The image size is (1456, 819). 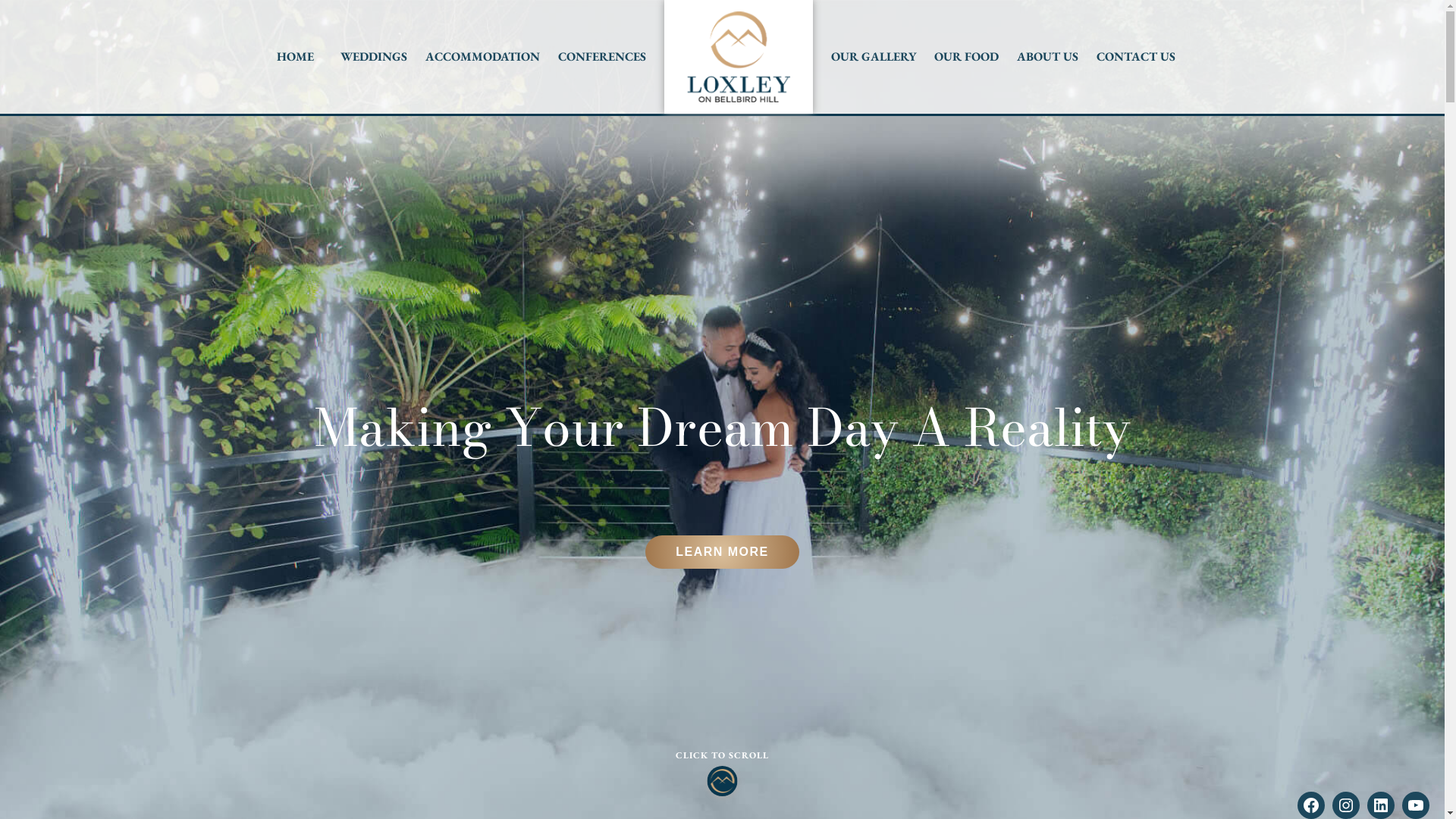 I want to click on 'ACCOMMODATION', so click(x=482, y=55).